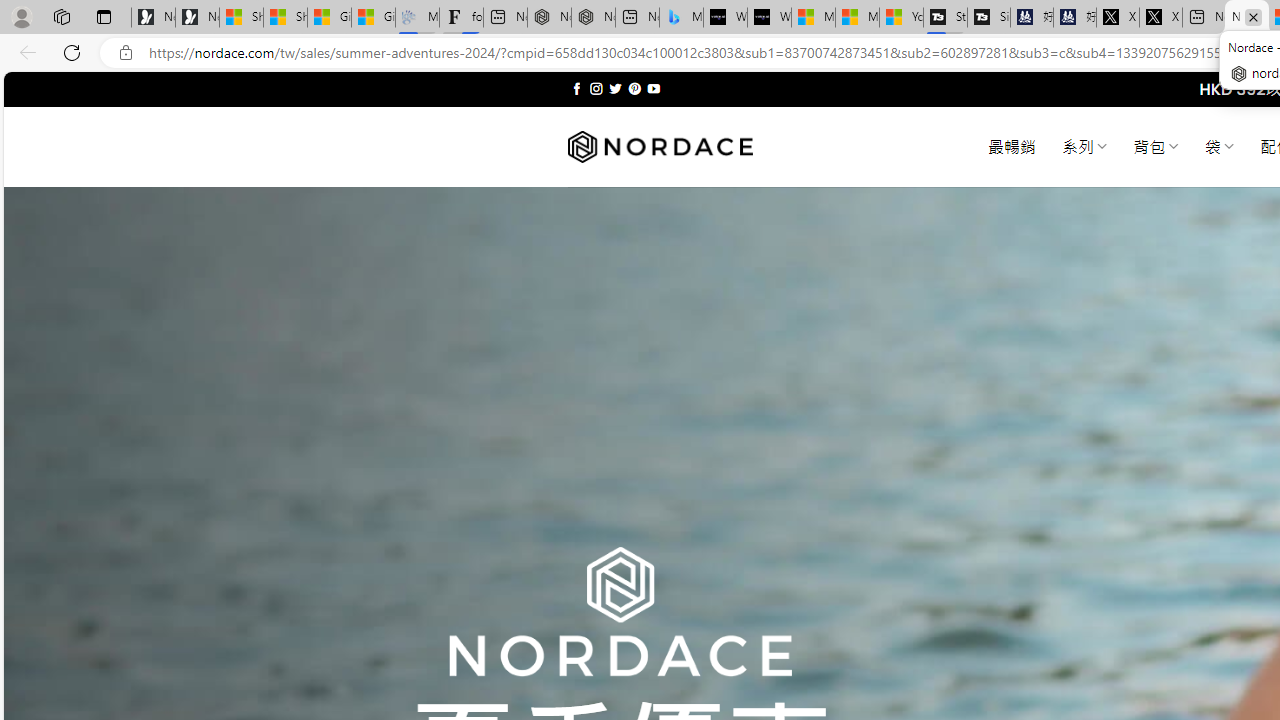  Describe the element at coordinates (284, 17) in the screenshot. I see `'Shanghai, China weather forecast | Microsoft Weather'` at that location.